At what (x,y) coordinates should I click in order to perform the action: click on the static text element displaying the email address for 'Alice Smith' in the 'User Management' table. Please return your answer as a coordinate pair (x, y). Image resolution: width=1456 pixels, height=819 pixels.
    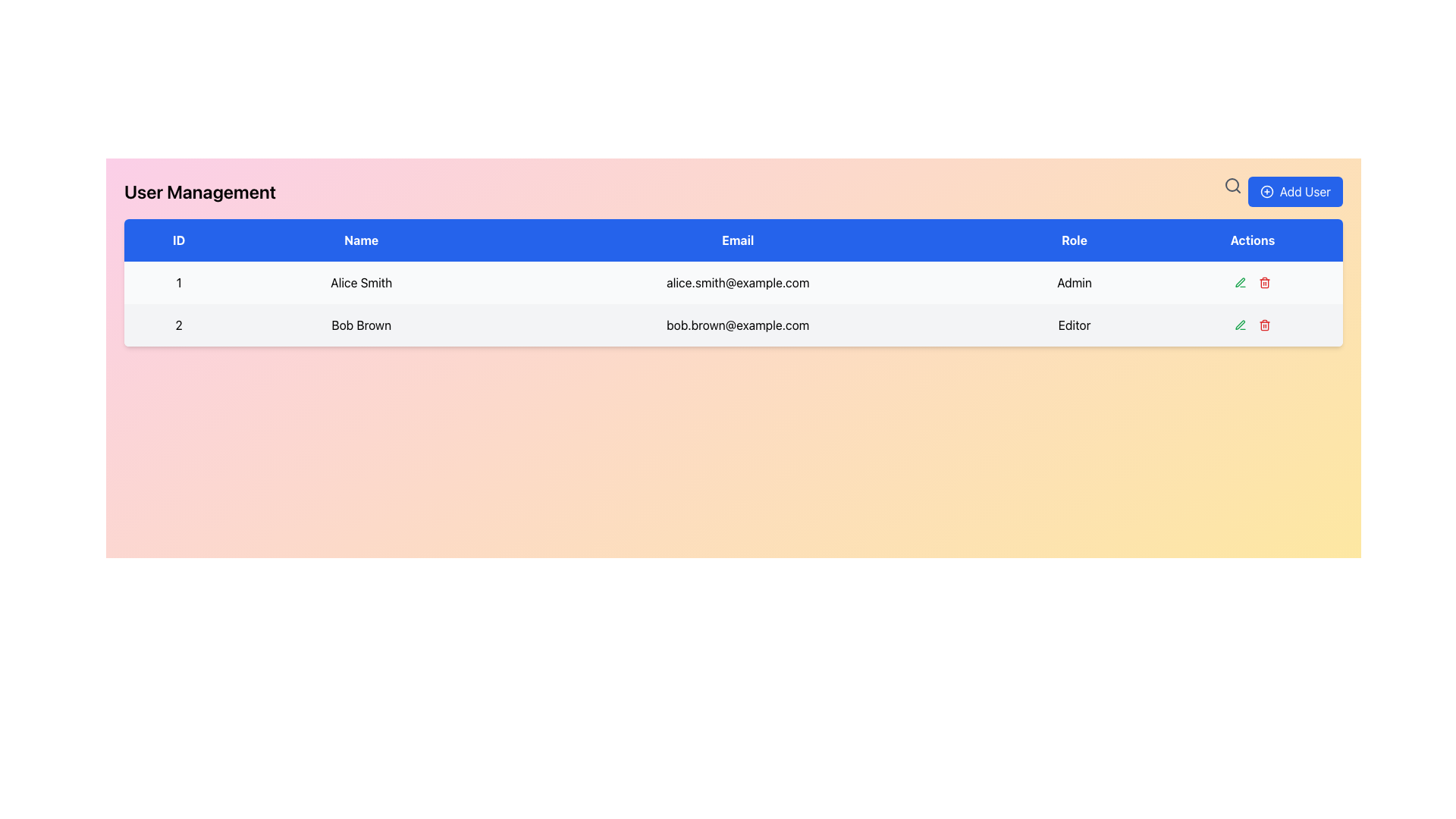
    Looking at the image, I should click on (738, 283).